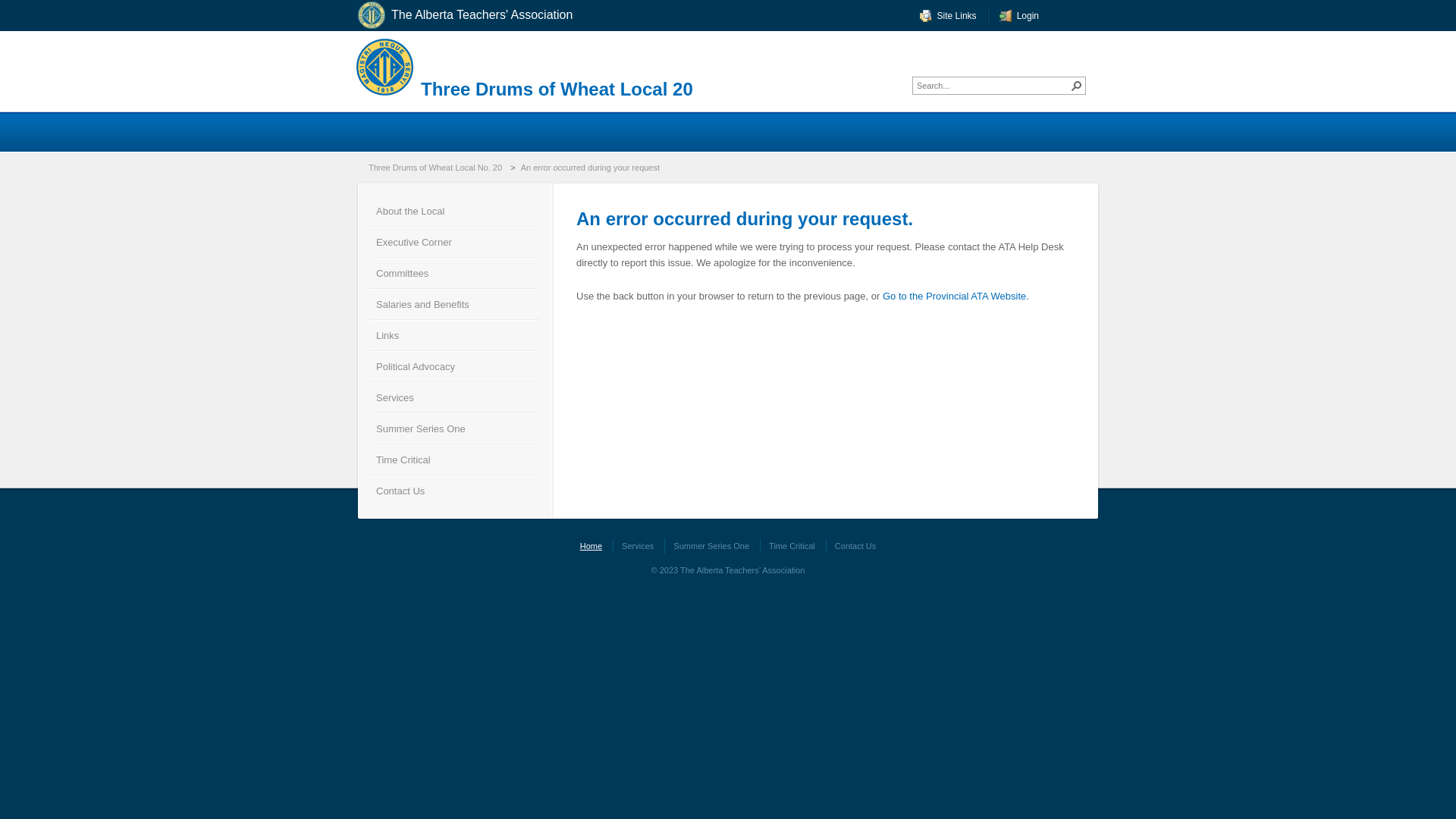  What do you see at coordinates (1068, 85) in the screenshot?
I see `'Search'` at bounding box center [1068, 85].